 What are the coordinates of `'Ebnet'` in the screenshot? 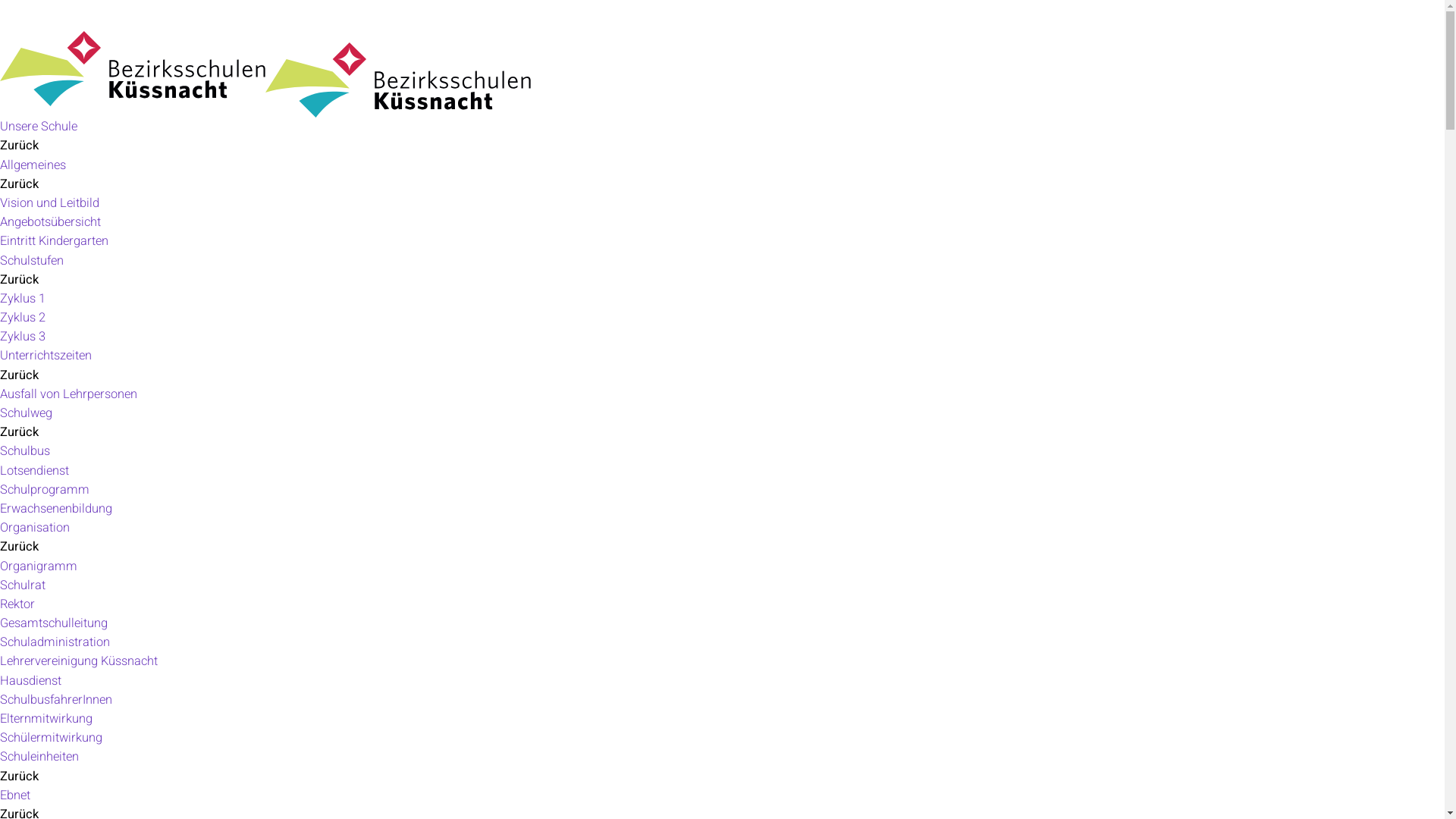 It's located at (14, 795).